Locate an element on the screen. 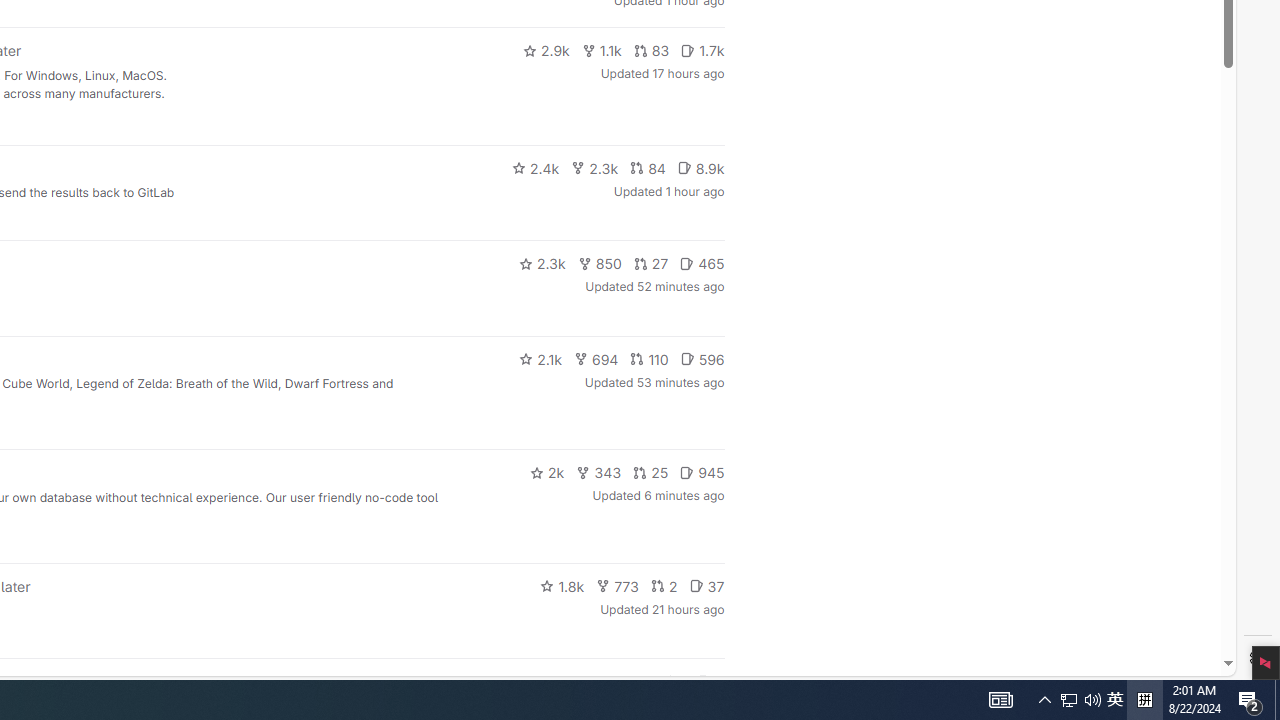  '2.4k' is located at coordinates (535, 167).